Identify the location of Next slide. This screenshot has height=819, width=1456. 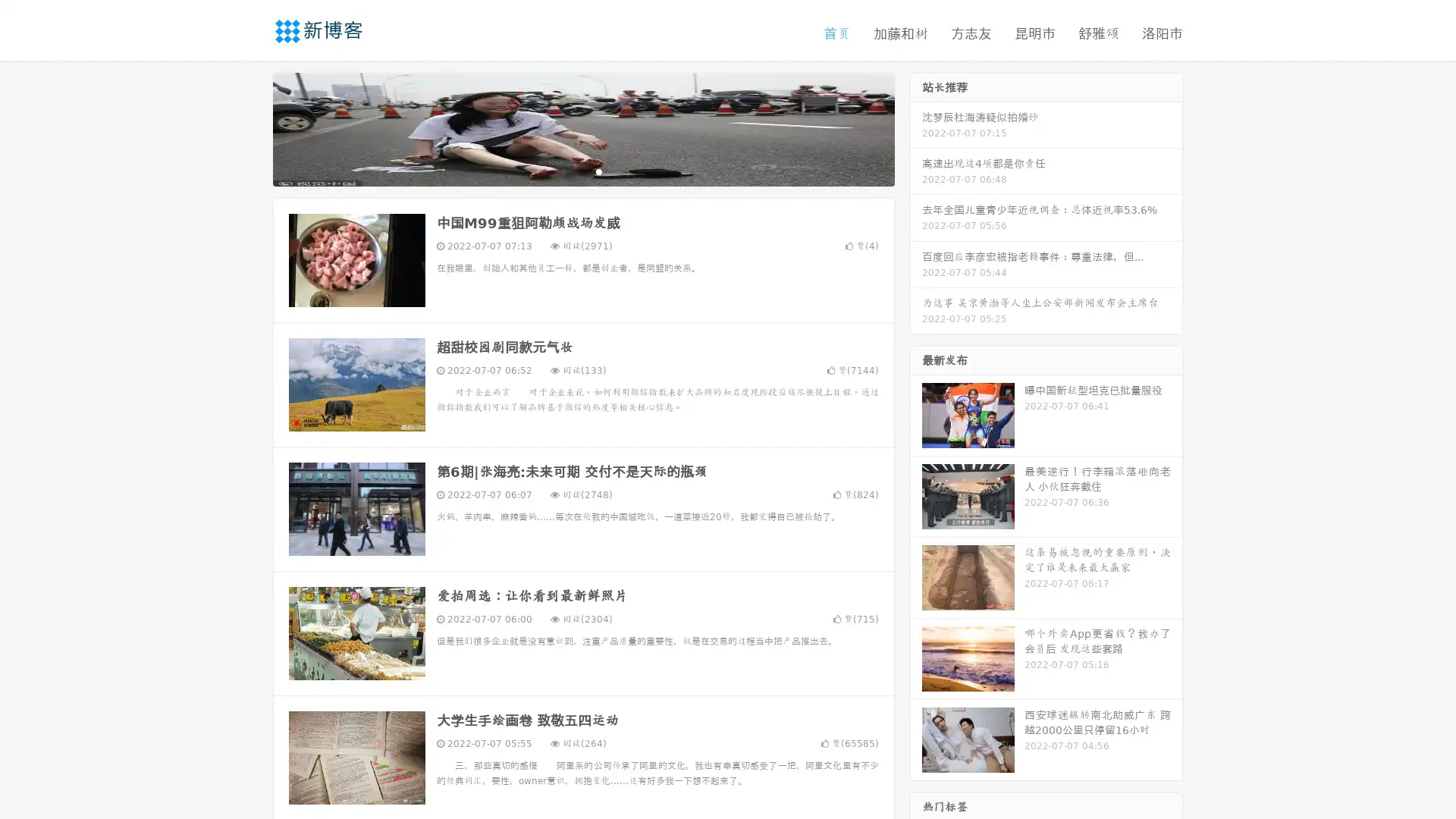
(916, 127).